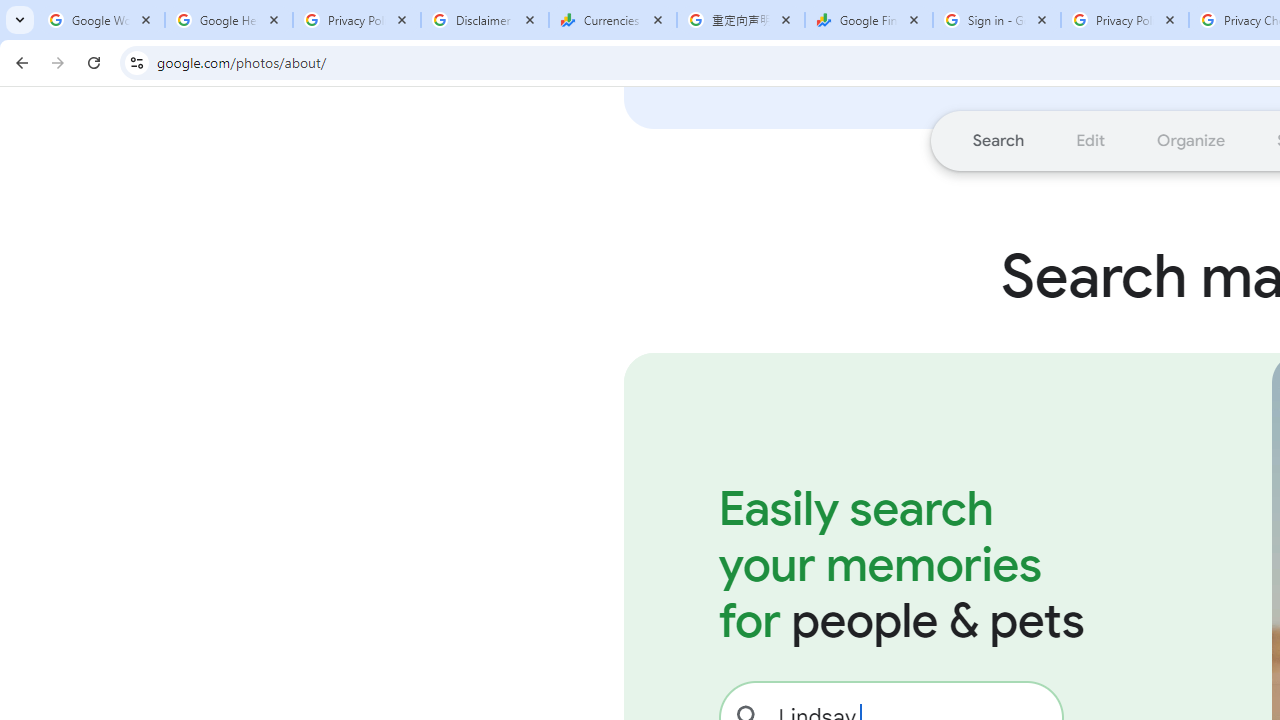  What do you see at coordinates (998, 139) in the screenshot?
I see `'Go to section: Search'` at bounding box center [998, 139].